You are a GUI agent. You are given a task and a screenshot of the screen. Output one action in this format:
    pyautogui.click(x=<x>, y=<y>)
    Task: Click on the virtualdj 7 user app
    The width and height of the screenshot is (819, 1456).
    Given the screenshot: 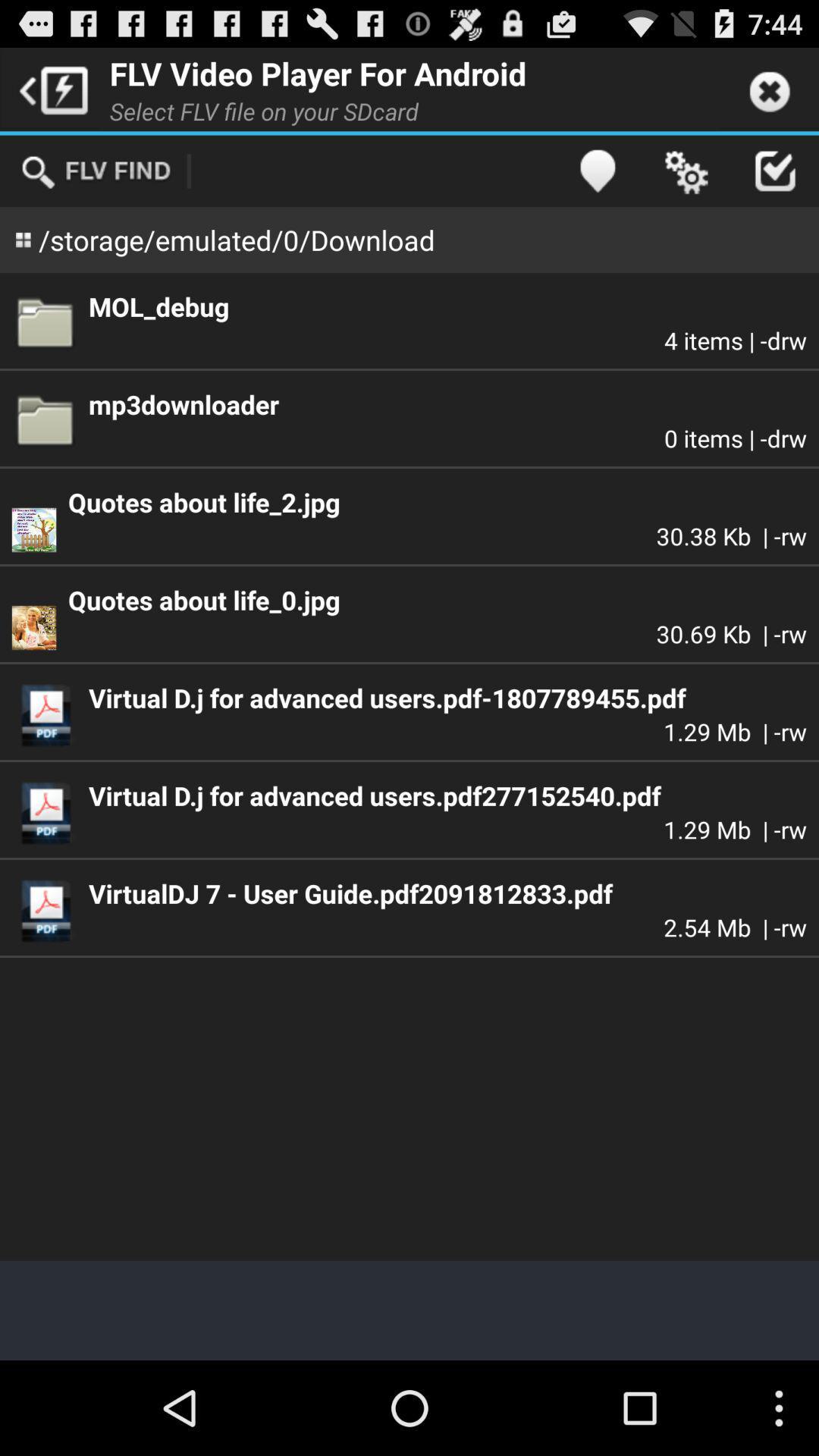 What is the action you would take?
    pyautogui.click(x=447, y=893)
    